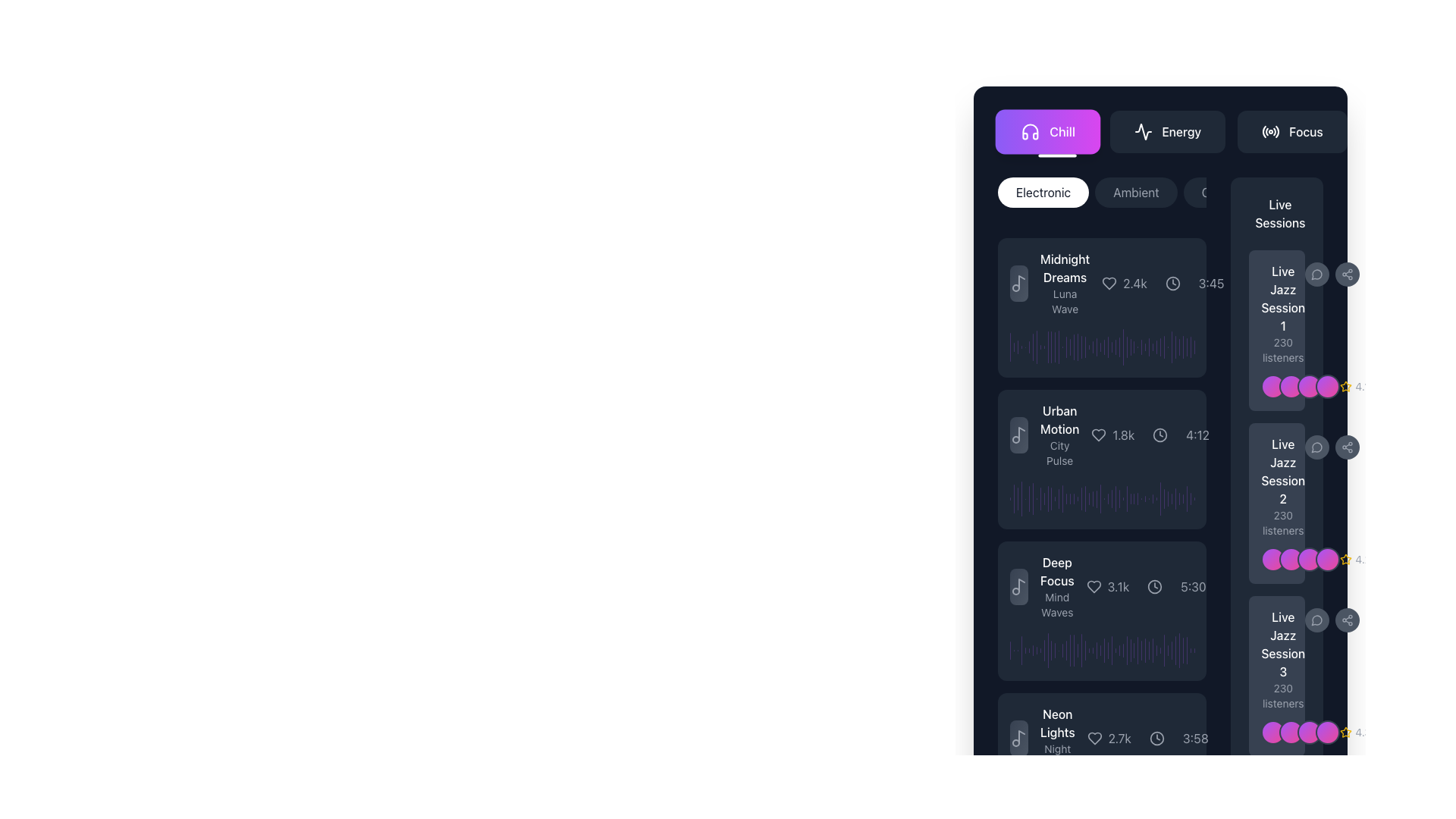  What do you see at coordinates (1100, 649) in the screenshot?
I see `the 27th vertical bar of the visual indicator group located beneath the text 'Live Jazz Session 3'` at bounding box center [1100, 649].